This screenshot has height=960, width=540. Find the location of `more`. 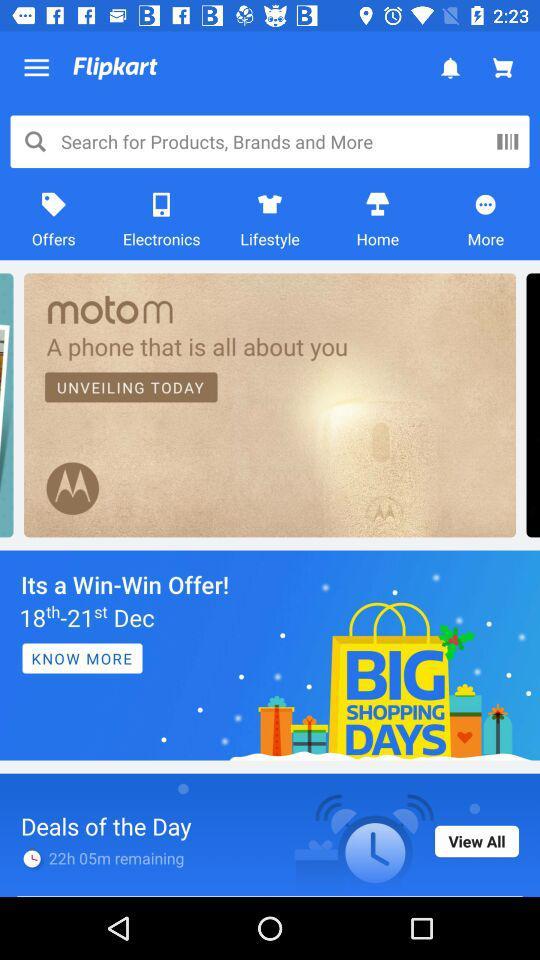

more is located at coordinates (507, 140).